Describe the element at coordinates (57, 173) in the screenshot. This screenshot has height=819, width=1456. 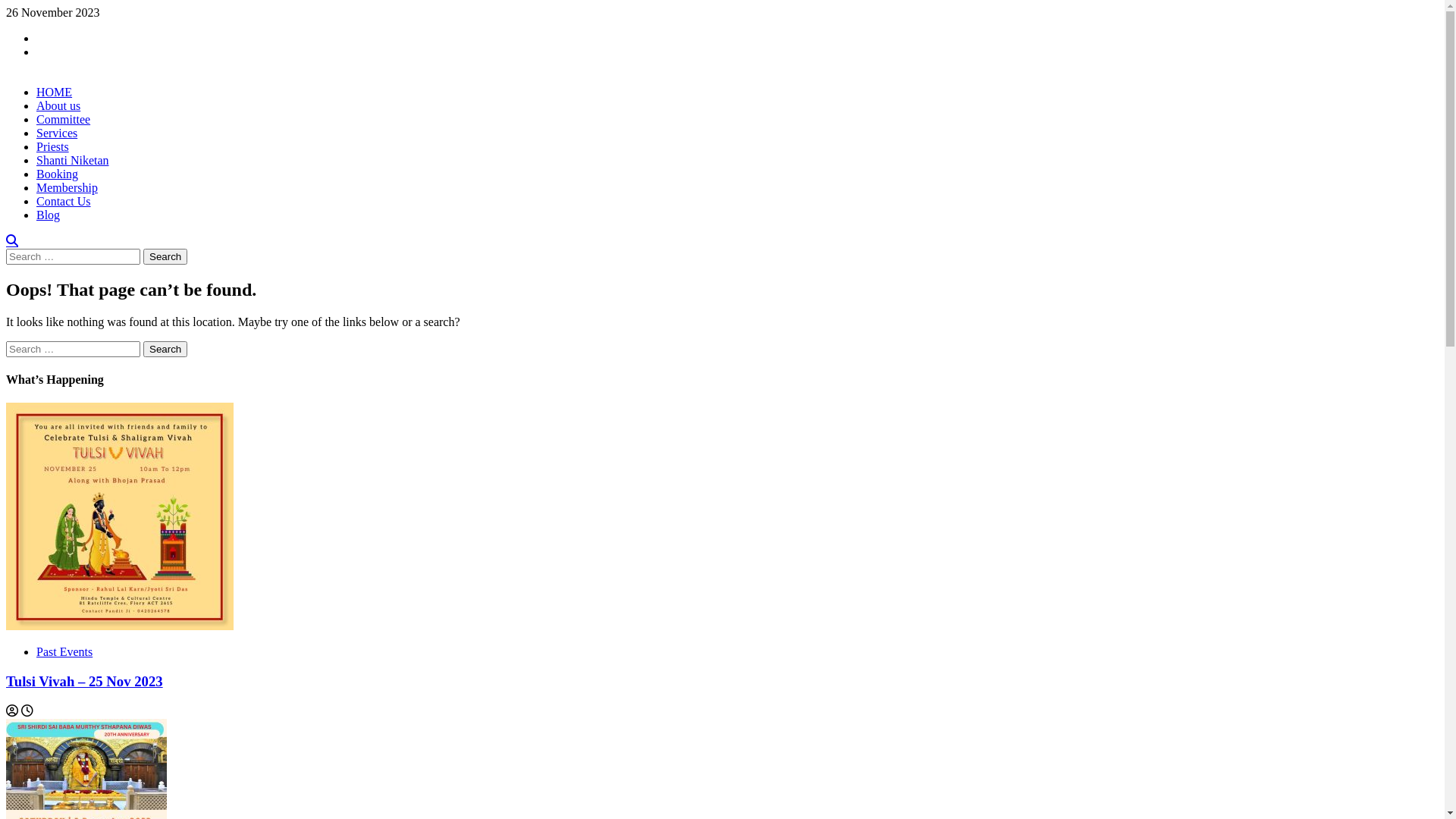
I see `'Booking'` at that location.